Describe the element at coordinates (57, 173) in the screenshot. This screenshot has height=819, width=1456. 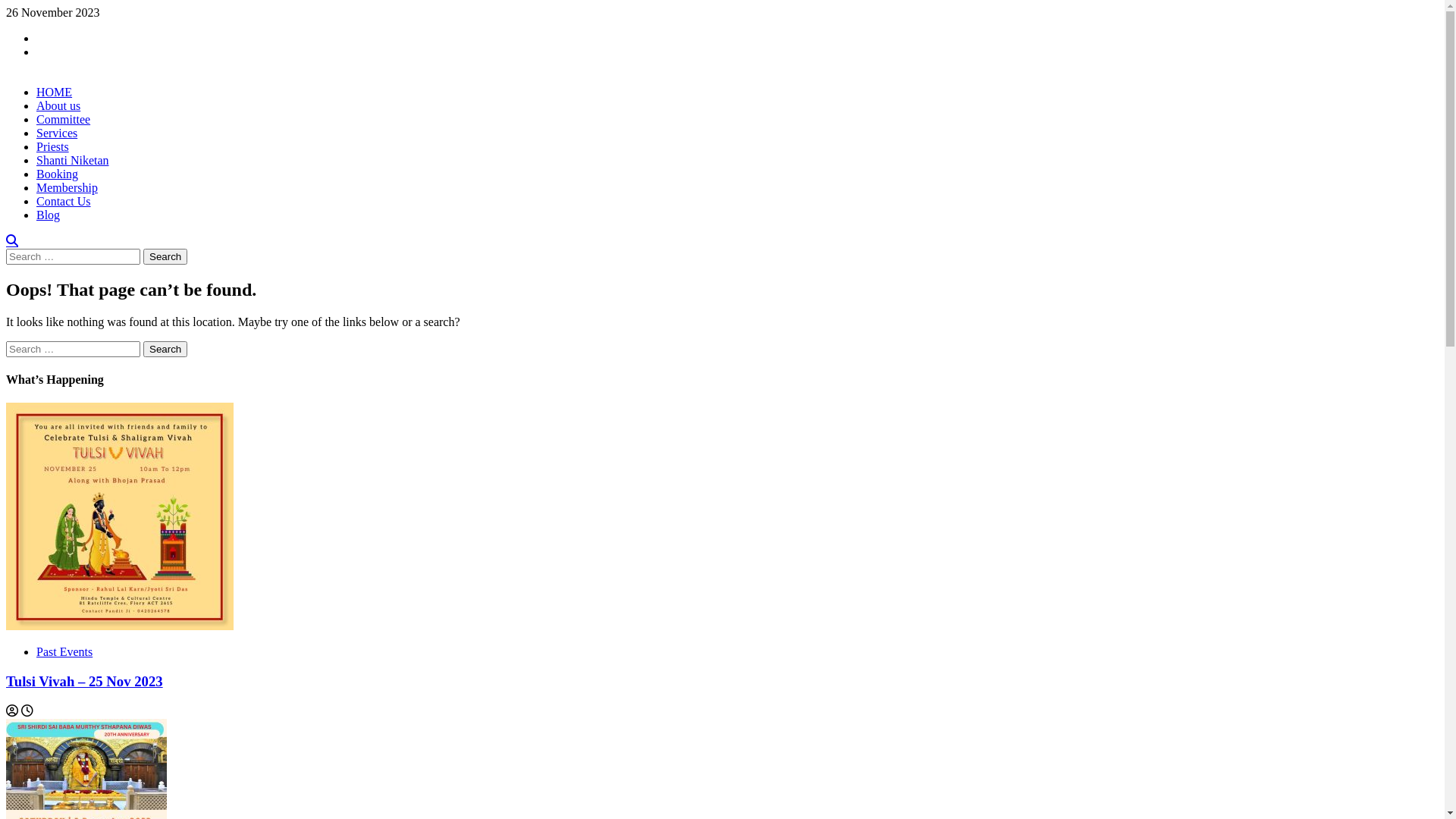
I see `'Booking'` at that location.